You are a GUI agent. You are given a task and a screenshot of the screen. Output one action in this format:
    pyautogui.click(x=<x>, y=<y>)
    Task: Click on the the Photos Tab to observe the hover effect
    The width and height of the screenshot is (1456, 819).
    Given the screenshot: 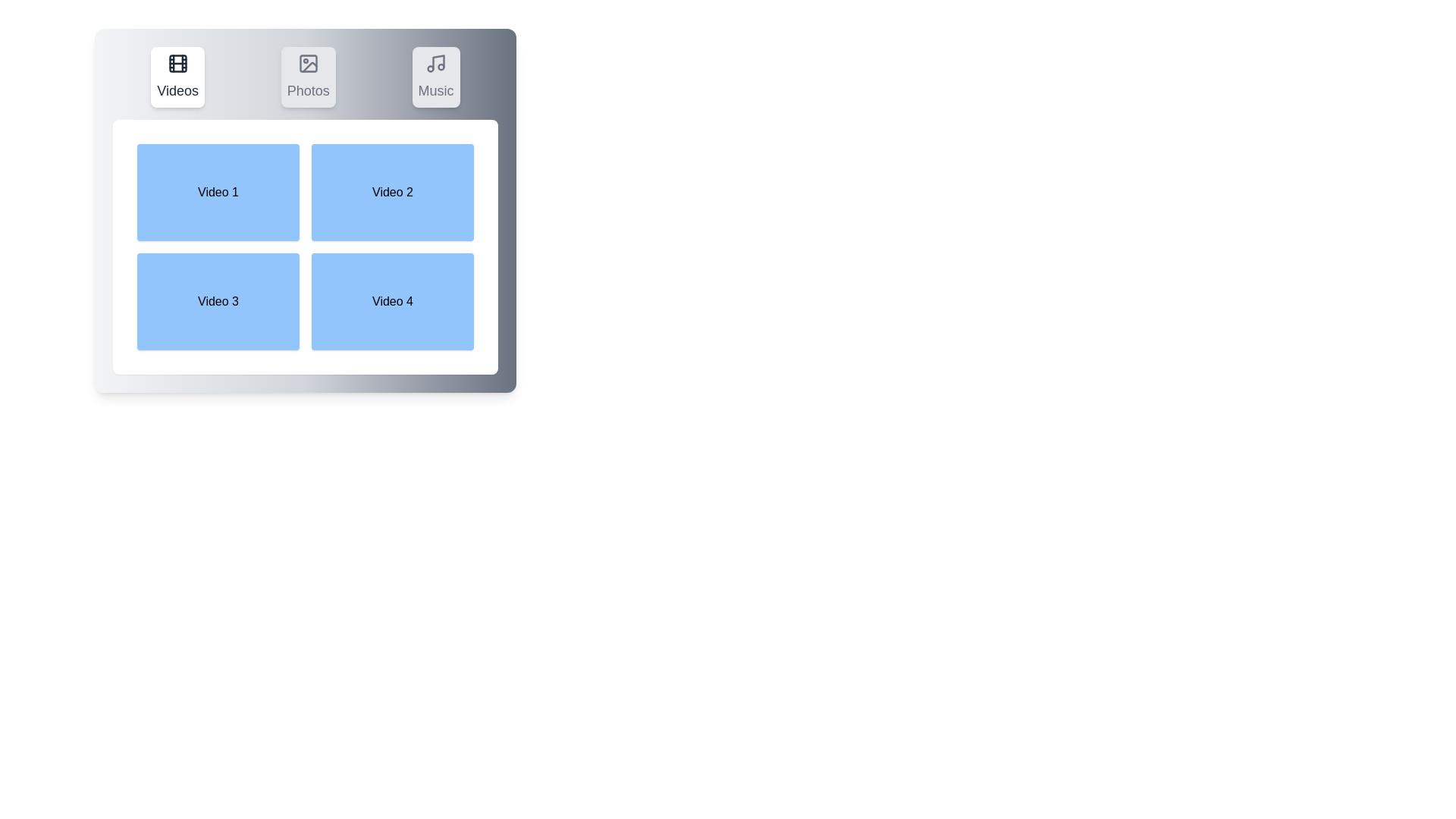 What is the action you would take?
    pyautogui.click(x=307, y=77)
    